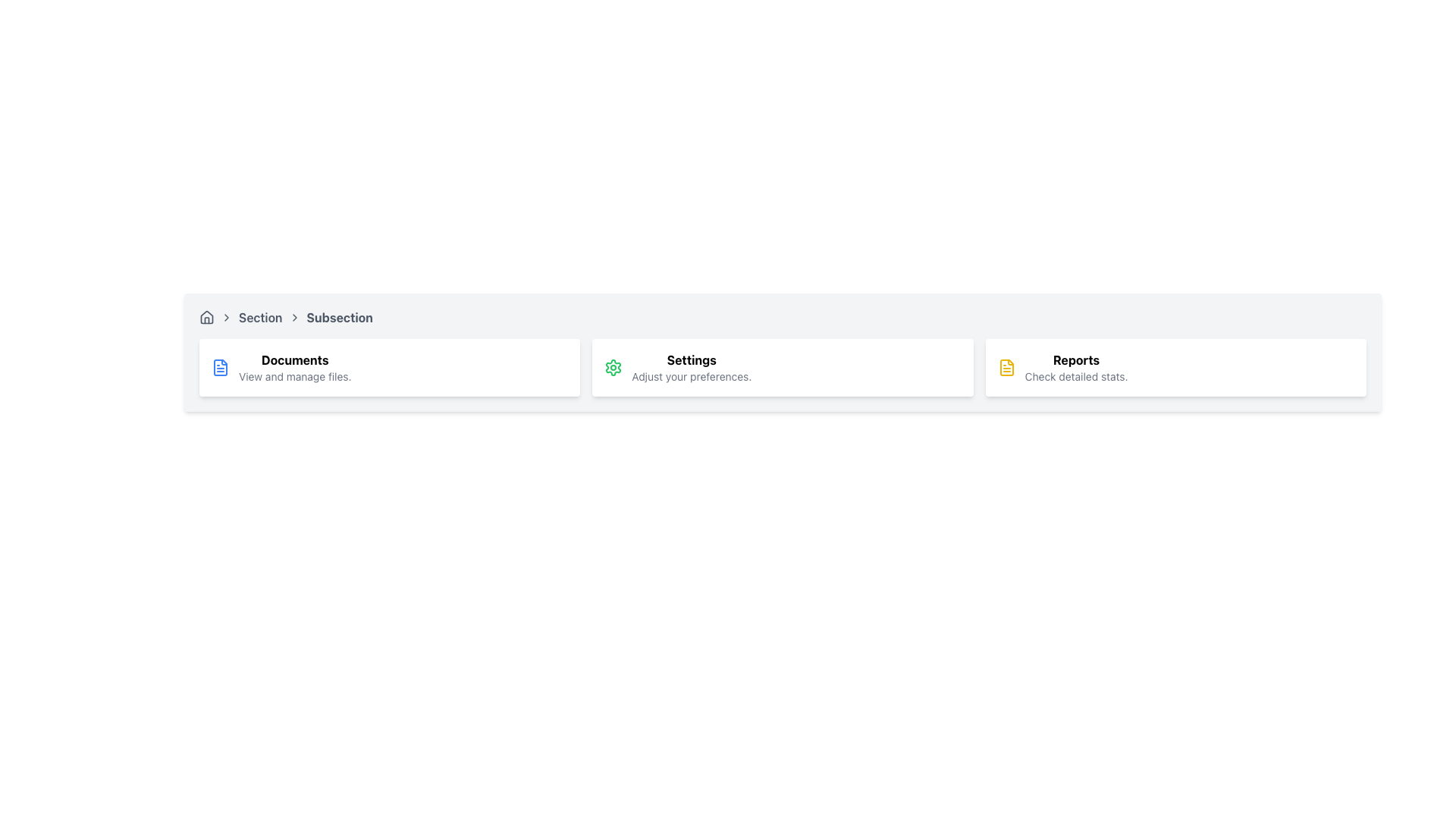 The image size is (1456, 819). What do you see at coordinates (613, 368) in the screenshot?
I see `the green gear-shaped icon within the 'Settings' card that represents settings or configuration functionality` at bounding box center [613, 368].